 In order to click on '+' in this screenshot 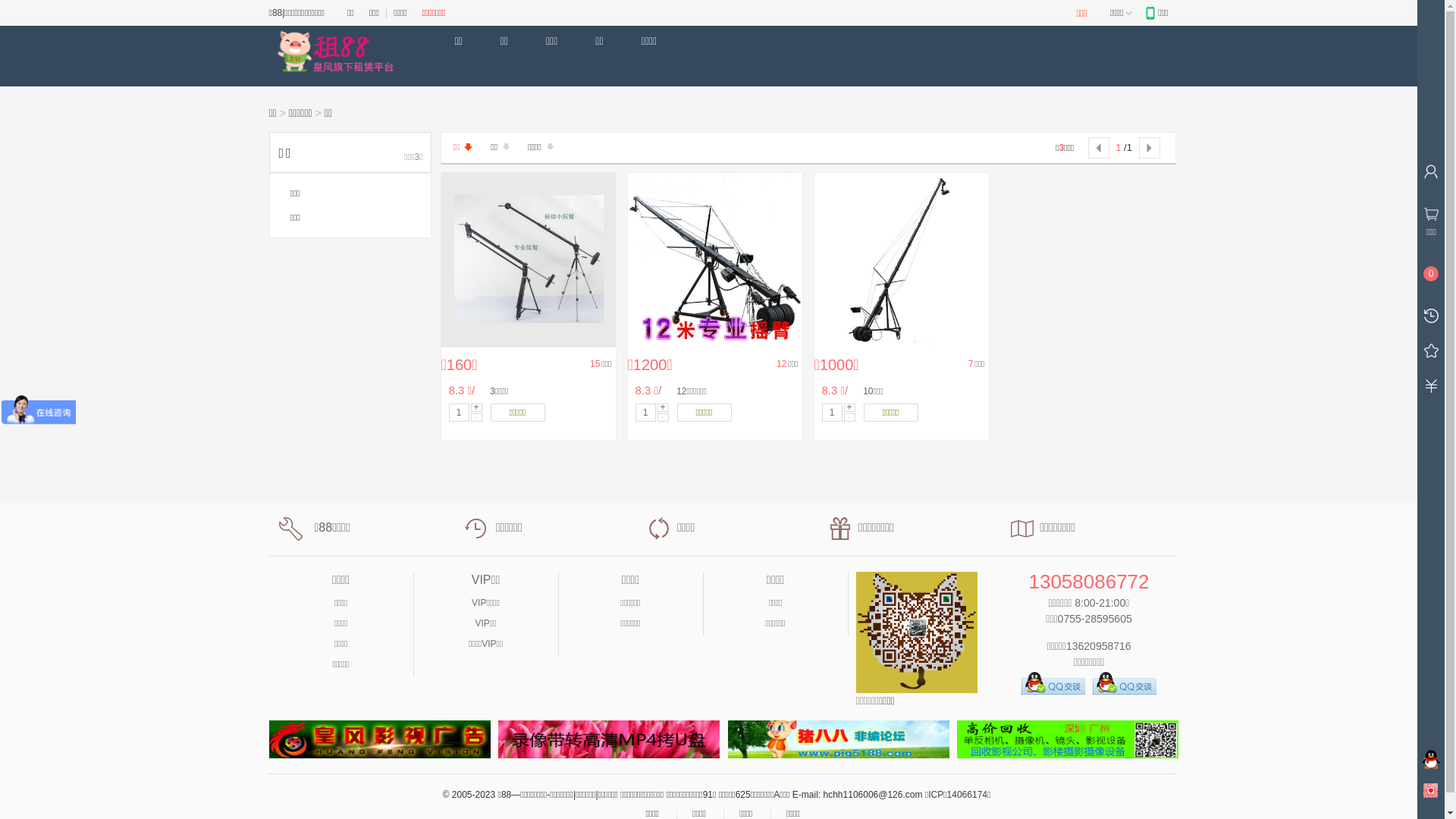, I will do `click(662, 406)`.